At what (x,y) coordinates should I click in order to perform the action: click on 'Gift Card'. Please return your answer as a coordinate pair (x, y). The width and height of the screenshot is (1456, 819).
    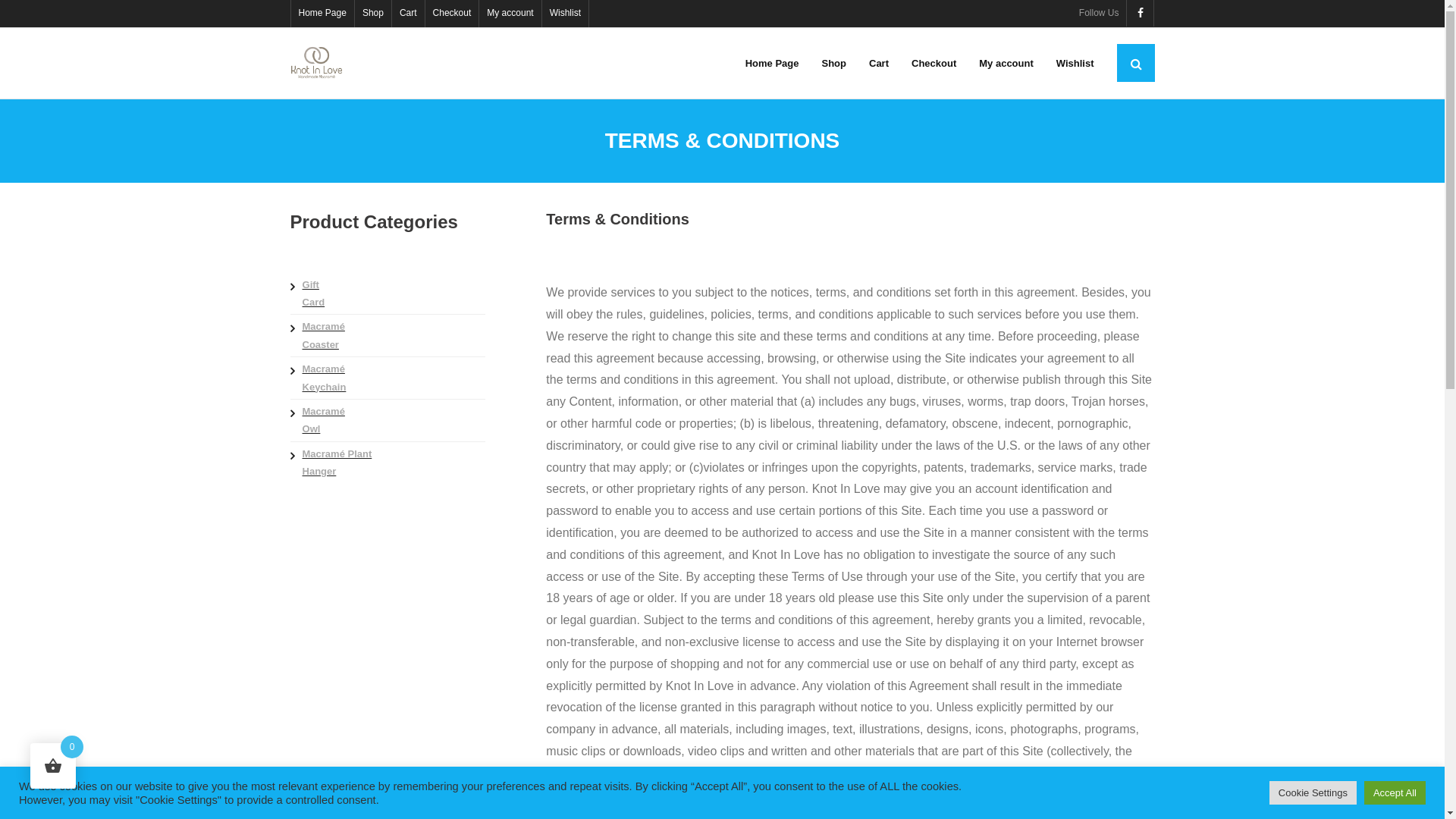
    Looking at the image, I should click on (311, 293).